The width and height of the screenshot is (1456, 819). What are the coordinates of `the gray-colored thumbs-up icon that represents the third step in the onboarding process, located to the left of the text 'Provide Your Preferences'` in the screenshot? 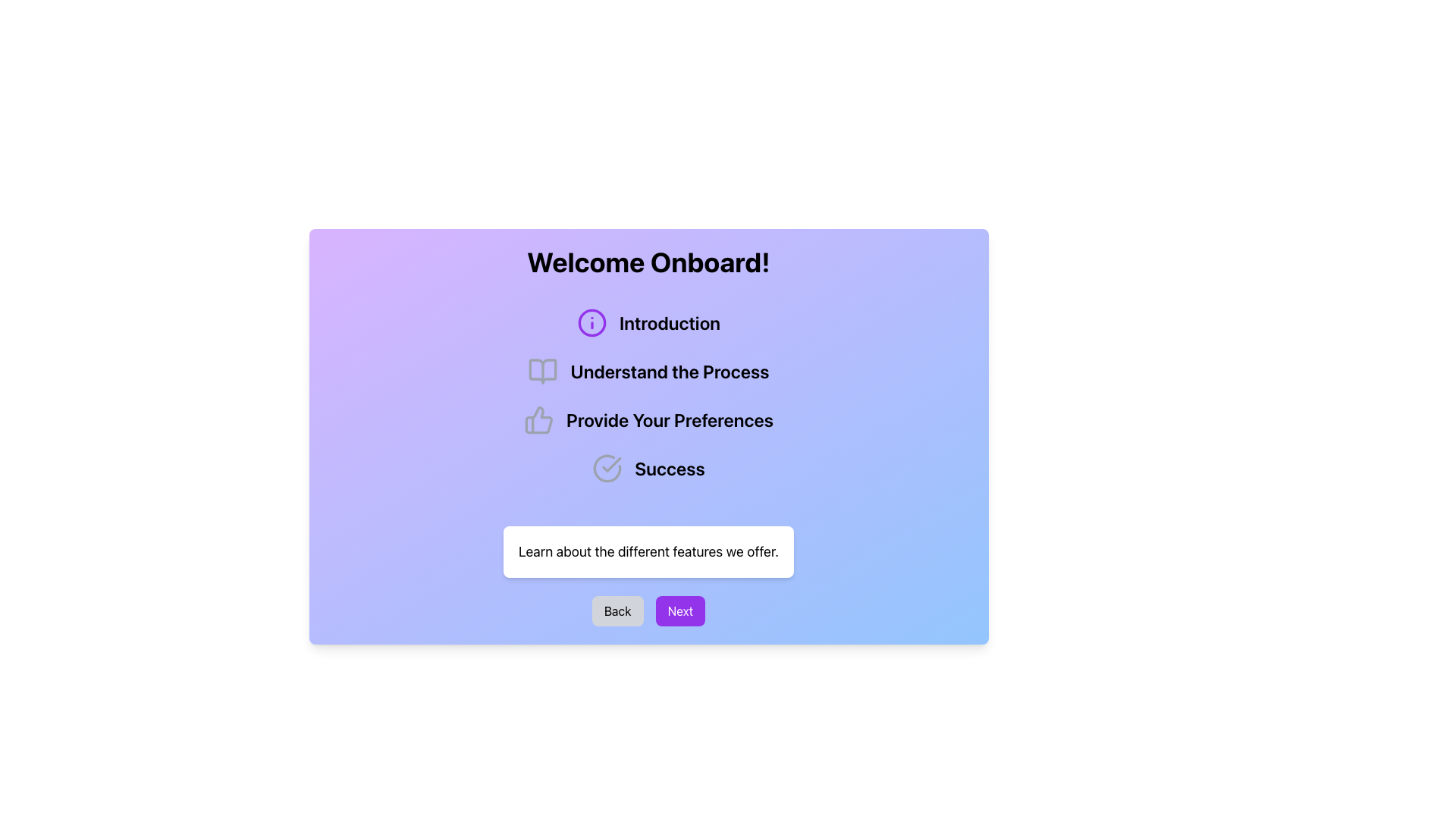 It's located at (538, 420).